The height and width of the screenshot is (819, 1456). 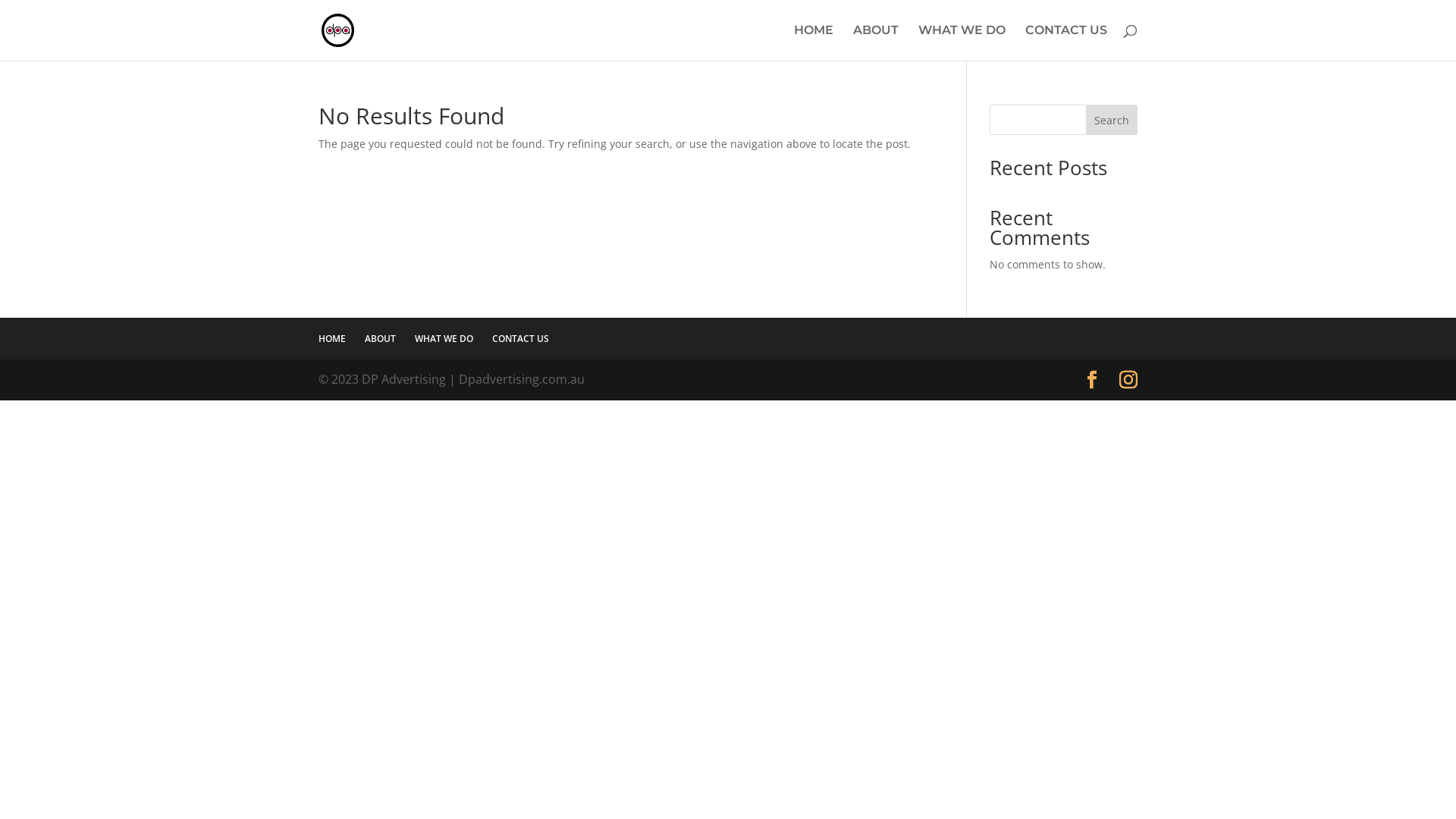 I want to click on 'Search', so click(x=1111, y=119).